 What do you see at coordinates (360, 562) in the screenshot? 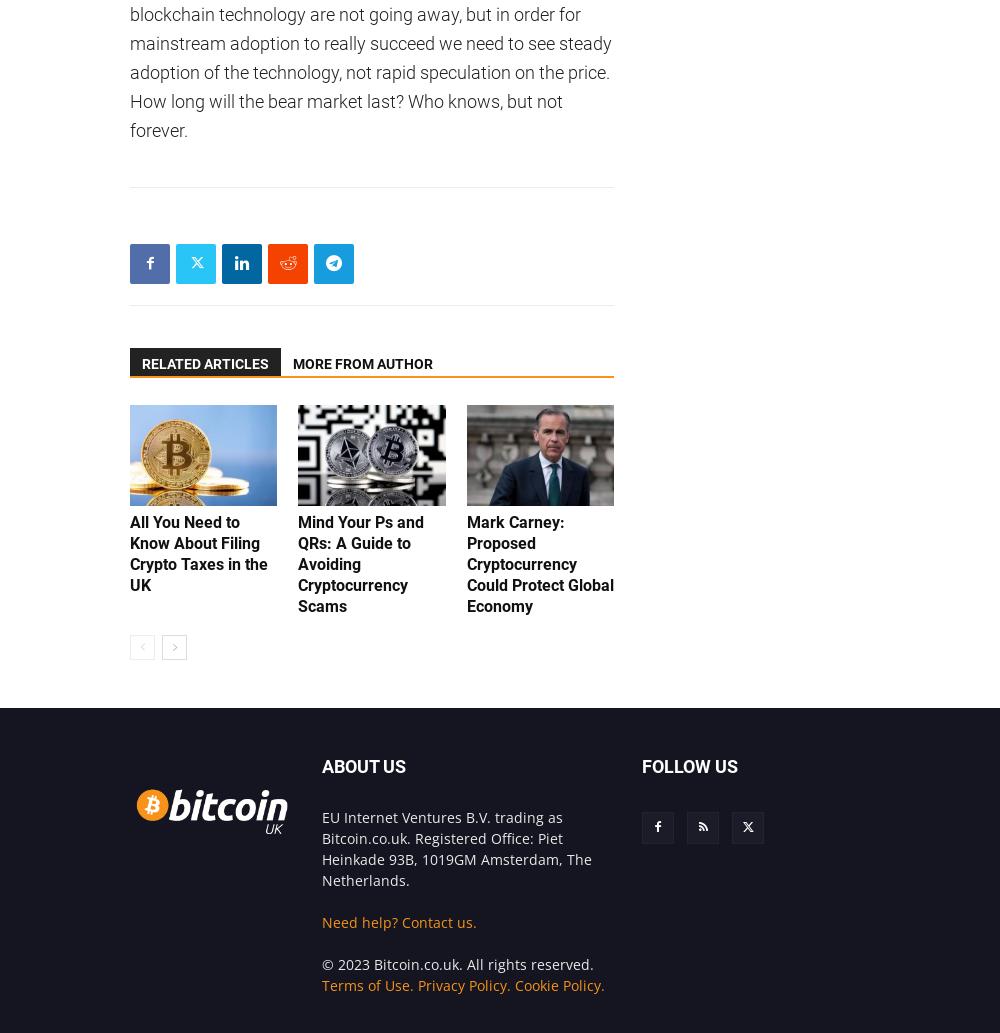
I see `'Mind Your Ps and QRs: A Guide to Avoiding Cryptocurrency Scams'` at bounding box center [360, 562].